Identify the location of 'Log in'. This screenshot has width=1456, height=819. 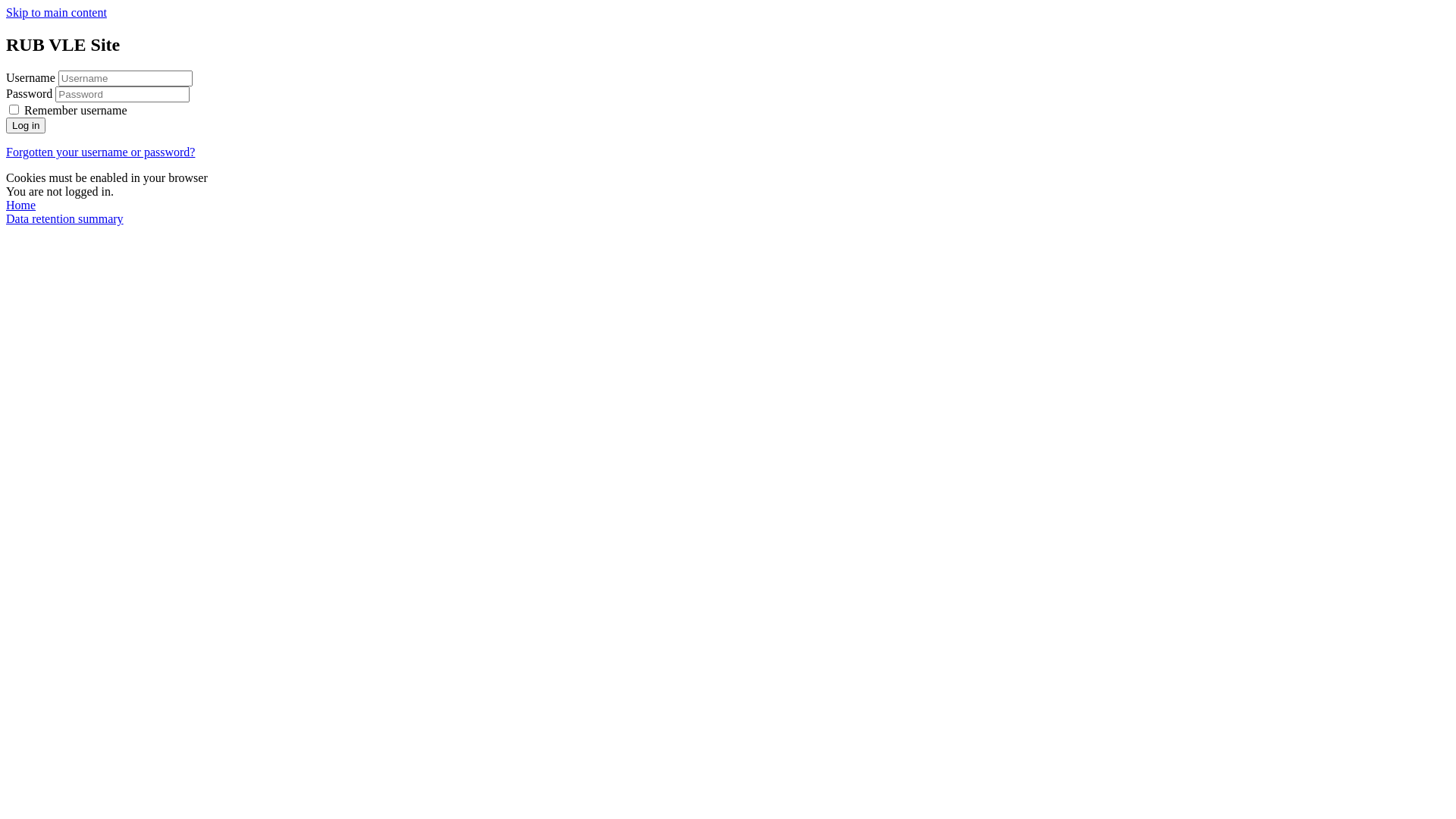
(25, 124).